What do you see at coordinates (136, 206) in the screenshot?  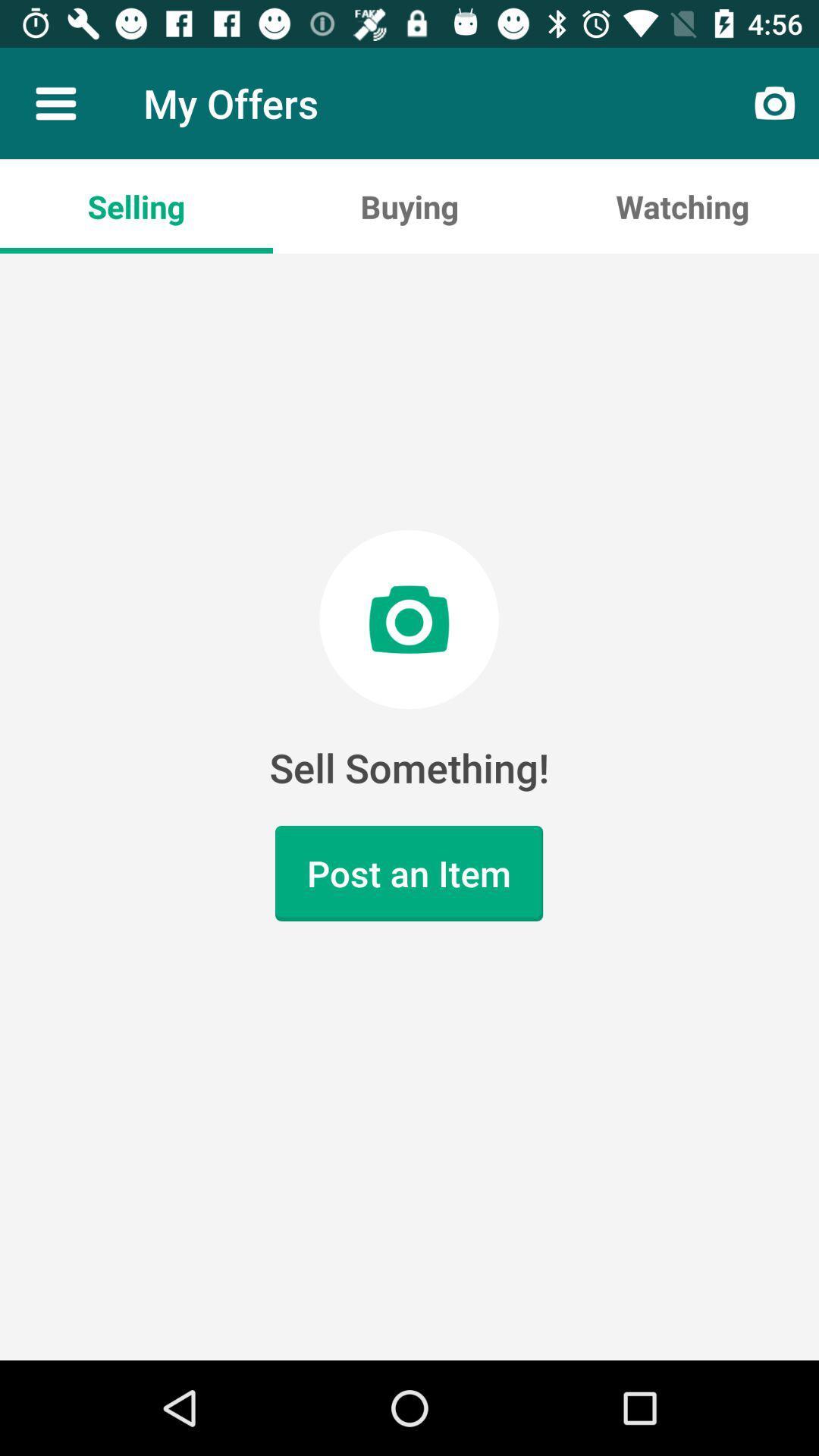 I see `the selling` at bounding box center [136, 206].